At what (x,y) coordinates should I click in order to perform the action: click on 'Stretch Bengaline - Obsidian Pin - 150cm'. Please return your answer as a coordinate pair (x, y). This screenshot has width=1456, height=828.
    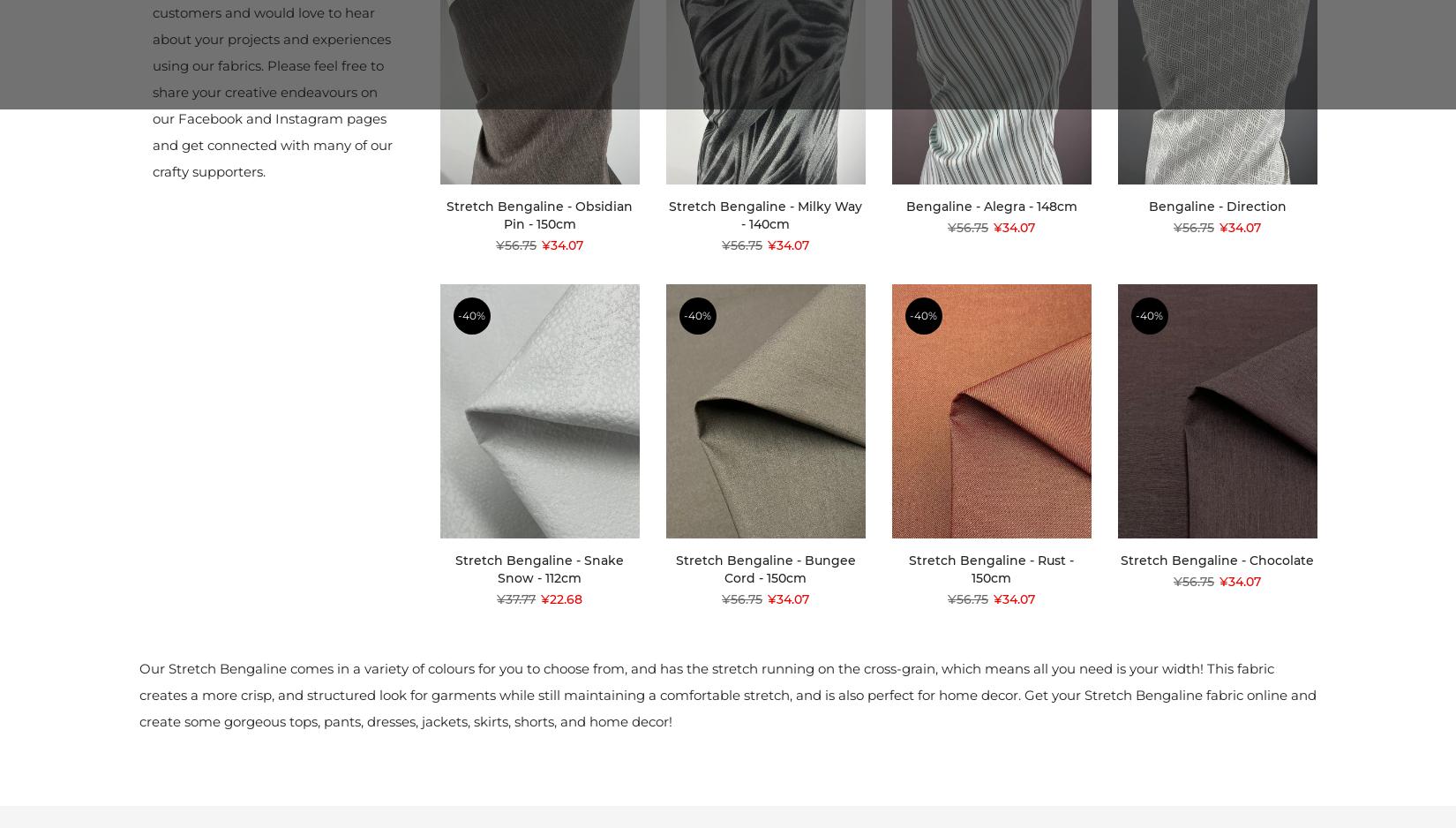
    Looking at the image, I should click on (446, 214).